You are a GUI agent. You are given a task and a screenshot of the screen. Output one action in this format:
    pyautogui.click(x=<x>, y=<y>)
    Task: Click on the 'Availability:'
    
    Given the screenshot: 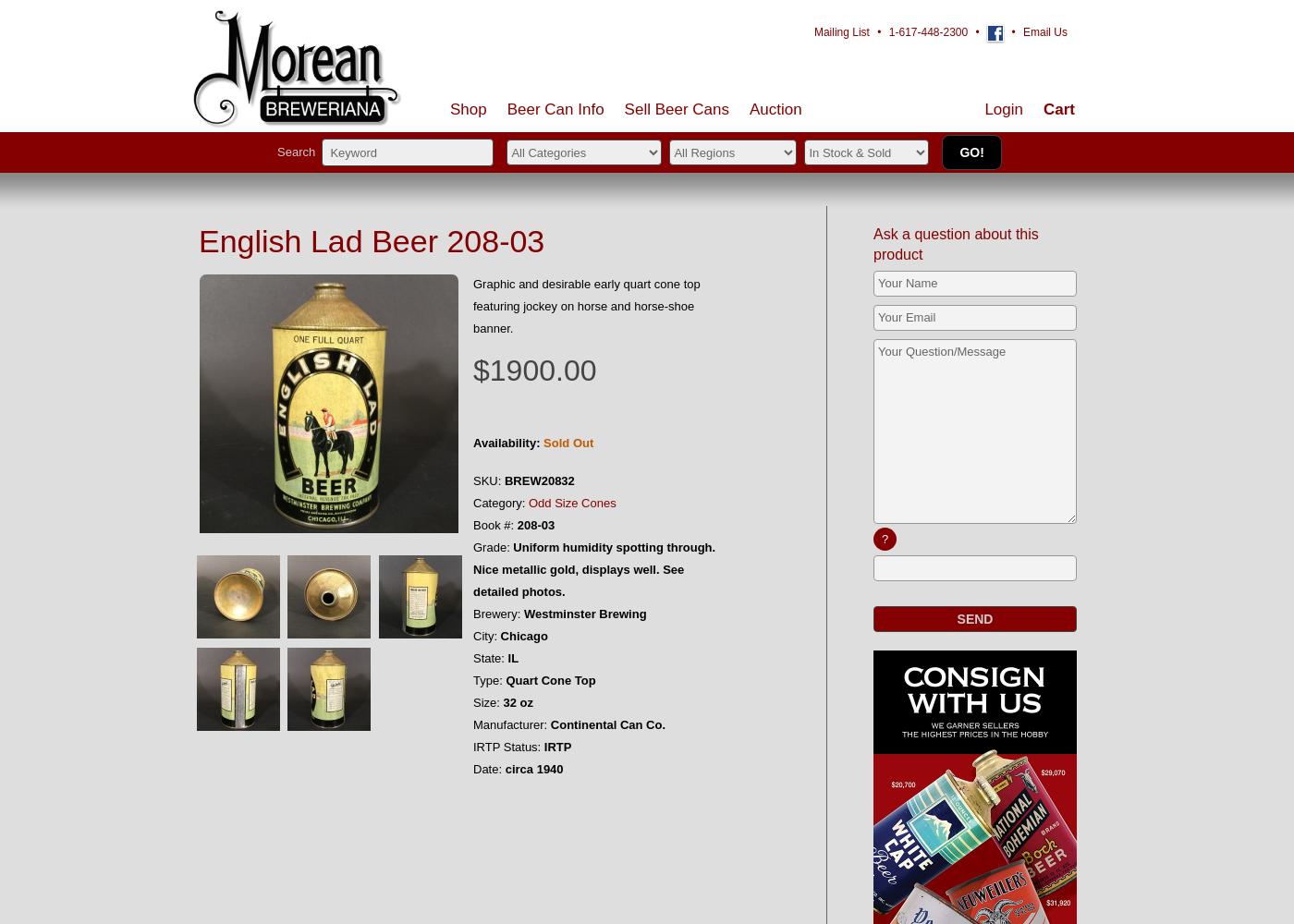 What is the action you would take?
    pyautogui.click(x=506, y=442)
    